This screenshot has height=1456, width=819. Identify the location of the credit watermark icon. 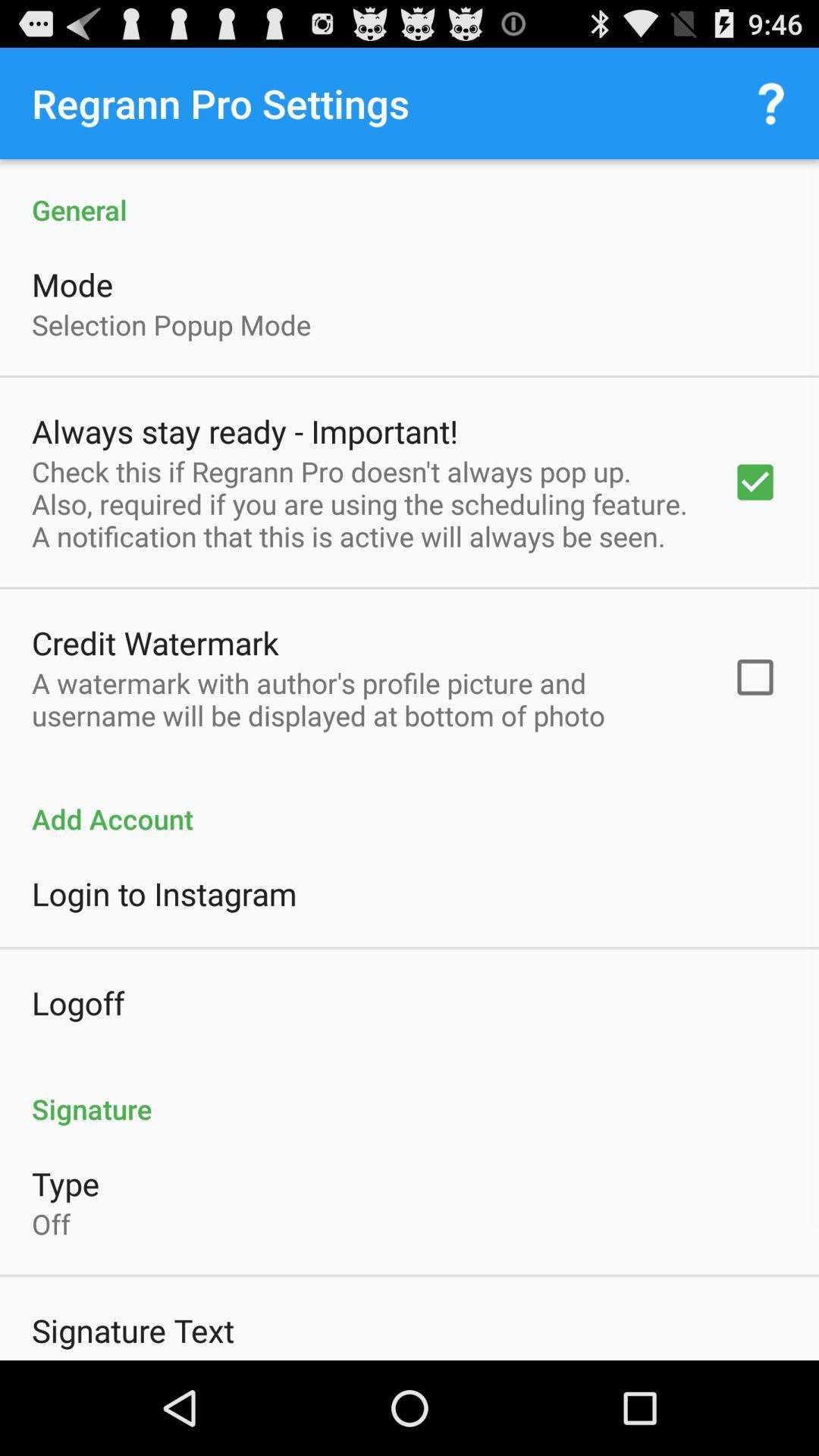
(155, 642).